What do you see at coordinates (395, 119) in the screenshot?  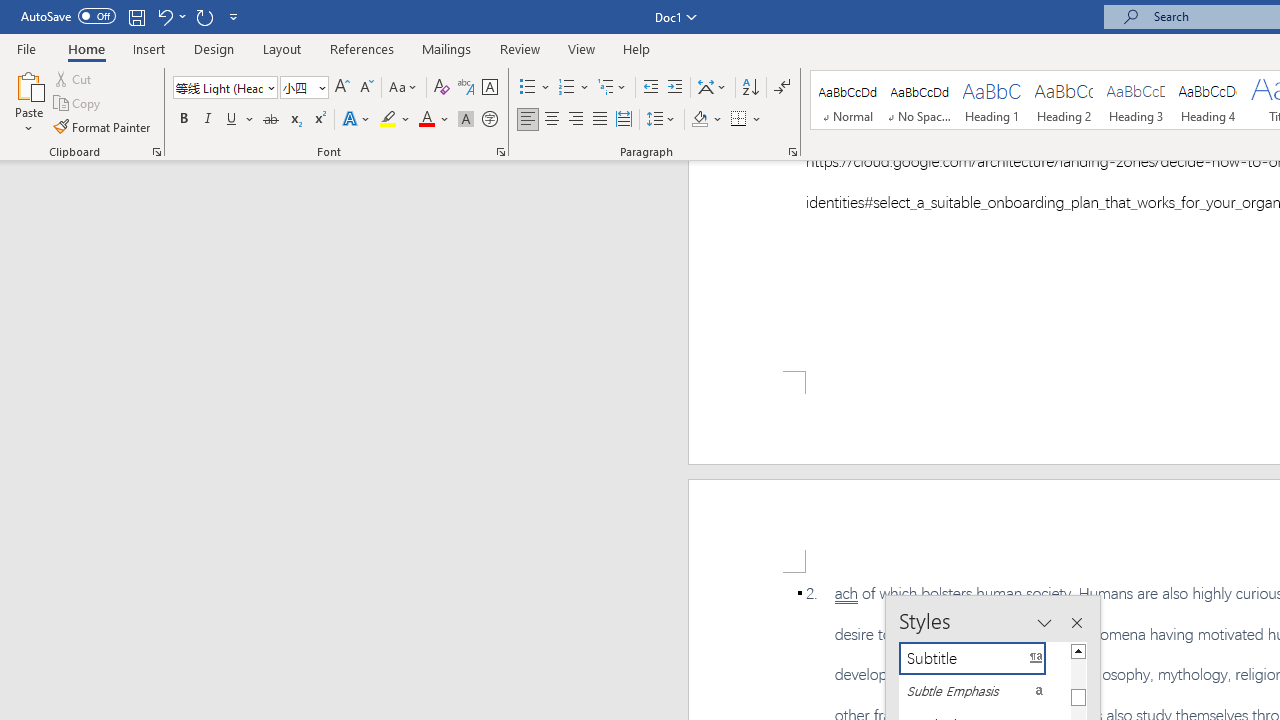 I see `'Text Highlight Color'` at bounding box center [395, 119].